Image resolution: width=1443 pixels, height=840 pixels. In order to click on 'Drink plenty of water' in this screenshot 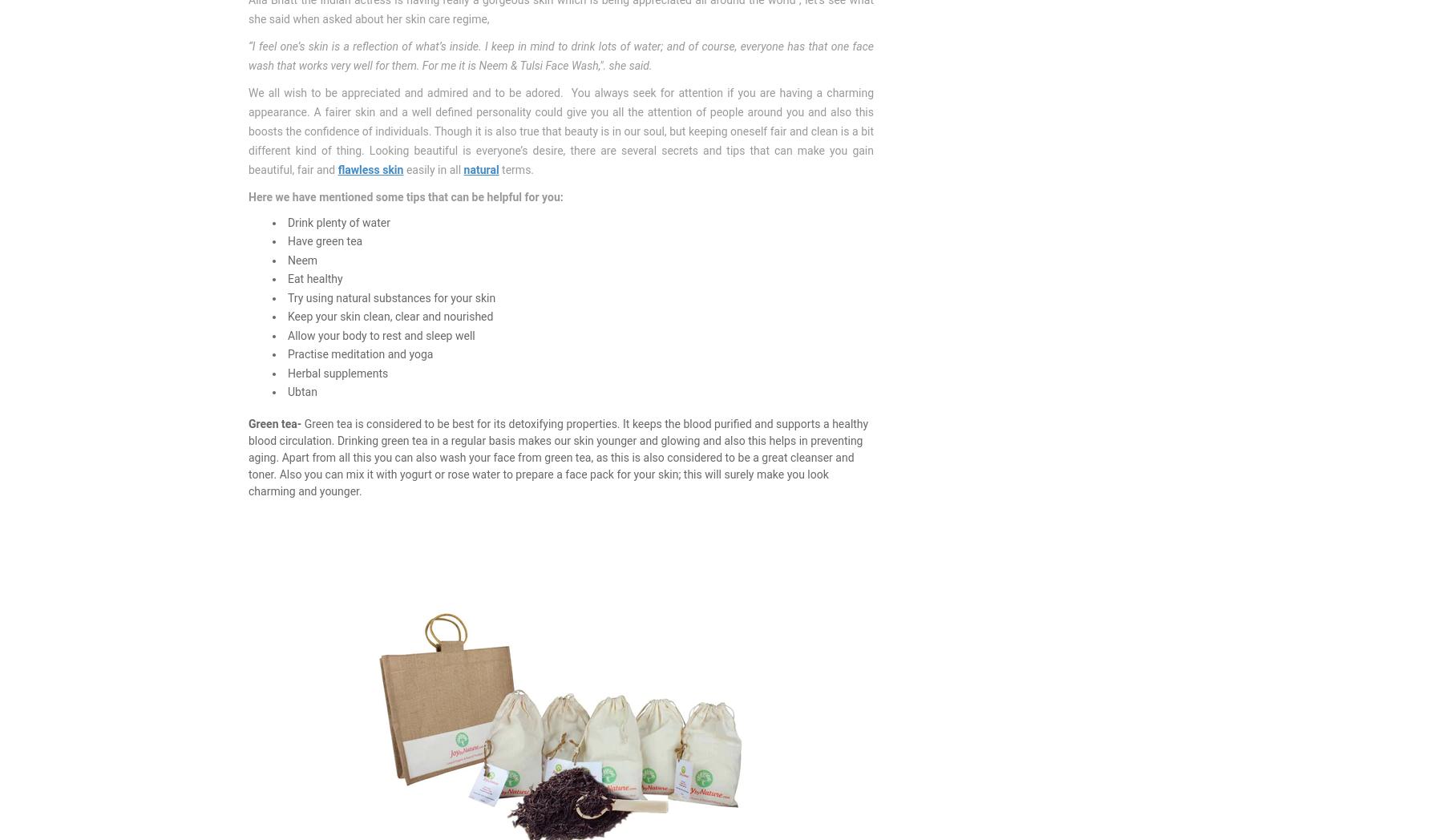, I will do `click(338, 220)`.